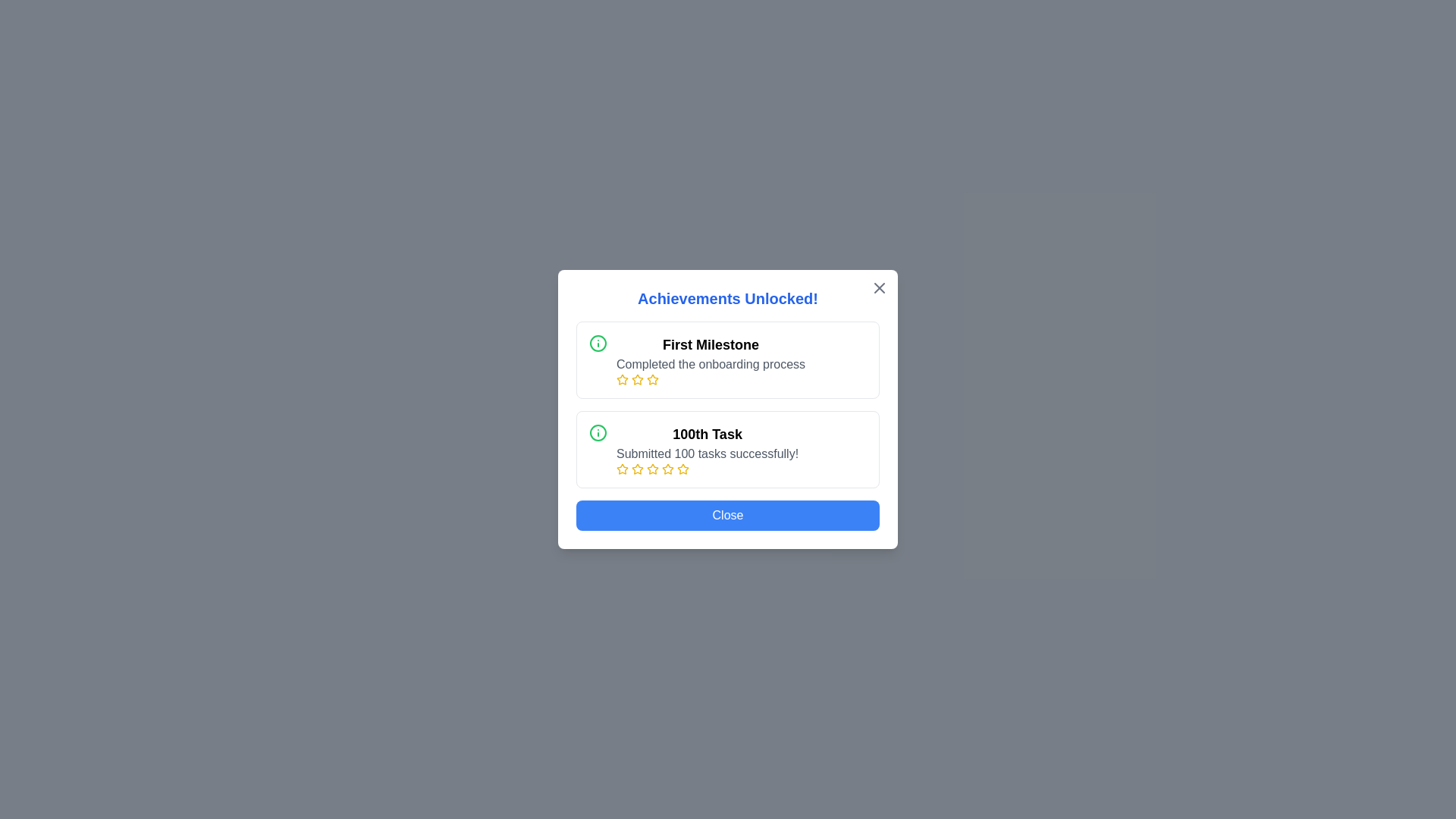 The height and width of the screenshot is (819, 1456). I want to click on the circular green outlined Vector graphic icon located near the top-left corner of the 'First Milestone' box, which indicates the completion of the onboarding process, so click(597, 432).